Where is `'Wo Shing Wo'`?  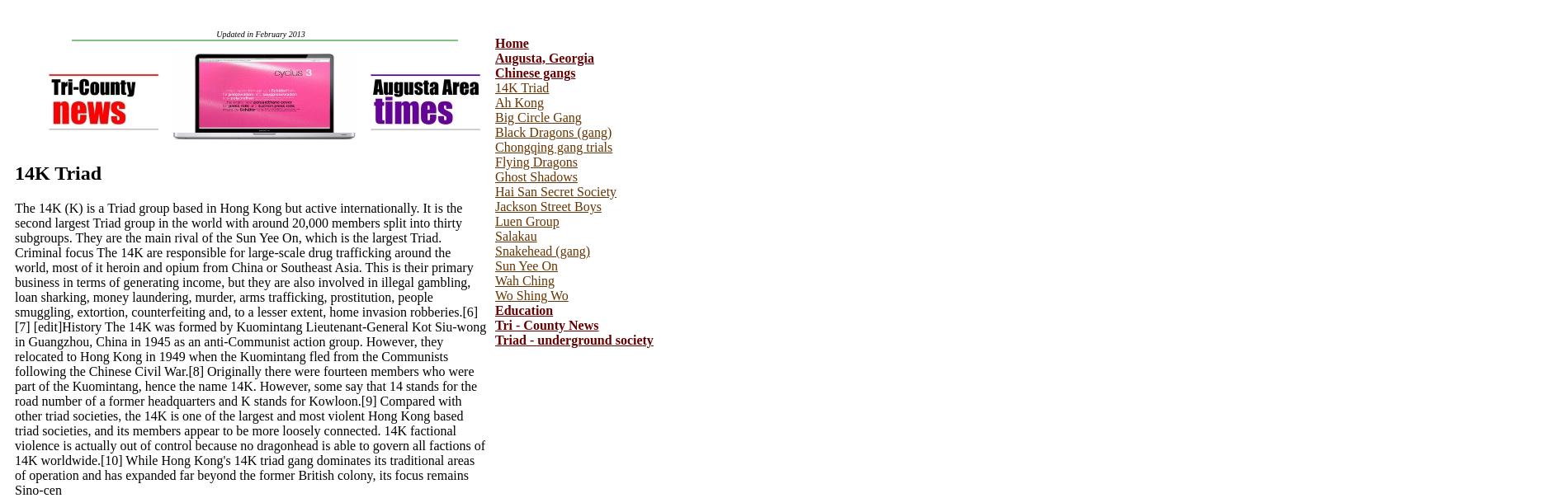 'Wo Shing Wo' is located at coordinates (531, 295).